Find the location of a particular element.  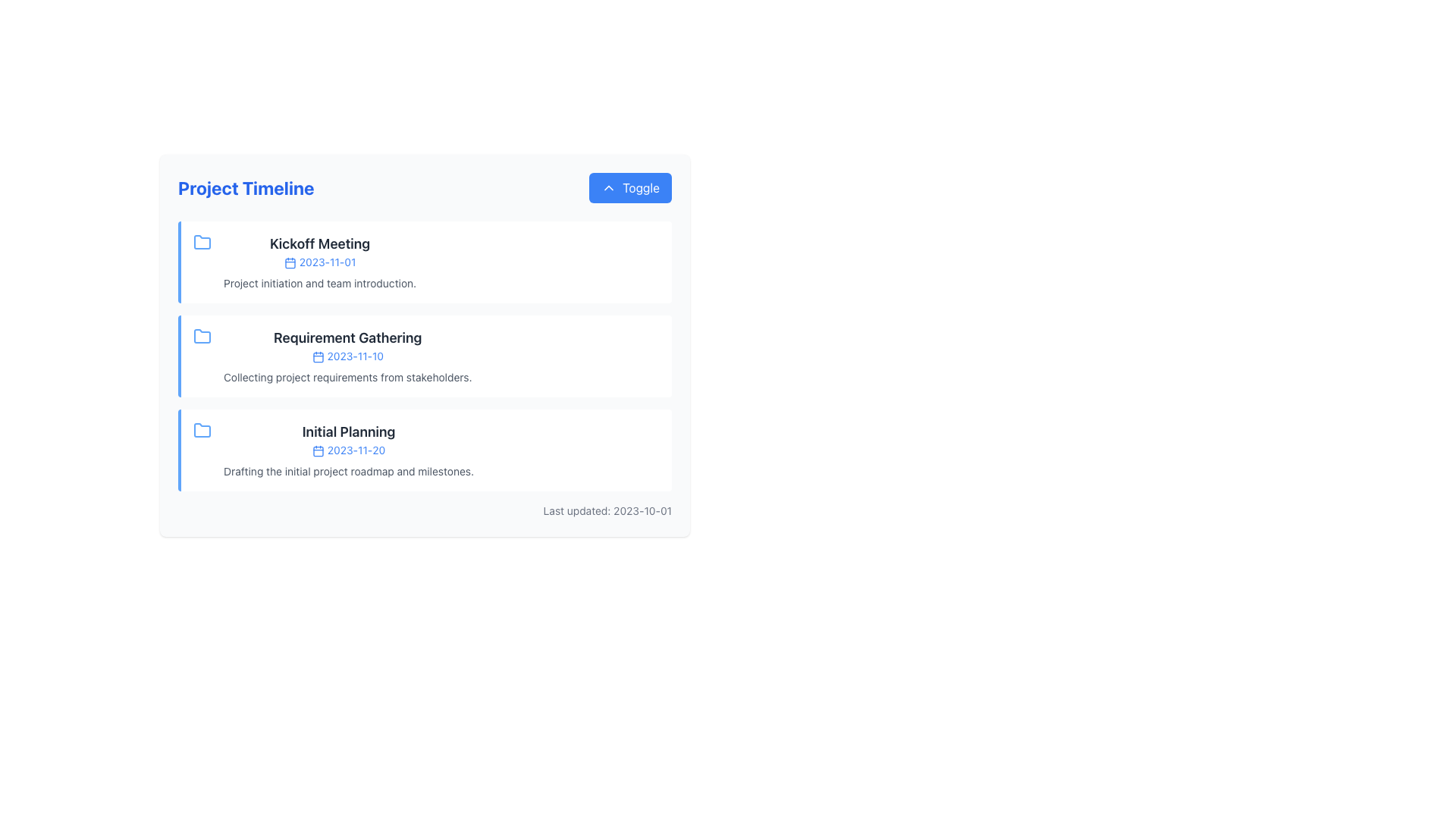

the static text that provides additional details for the 'Kickoff Meeting' entry in the timeline list, located below the date '2023-11-01' is located at coordinates (319, 284).